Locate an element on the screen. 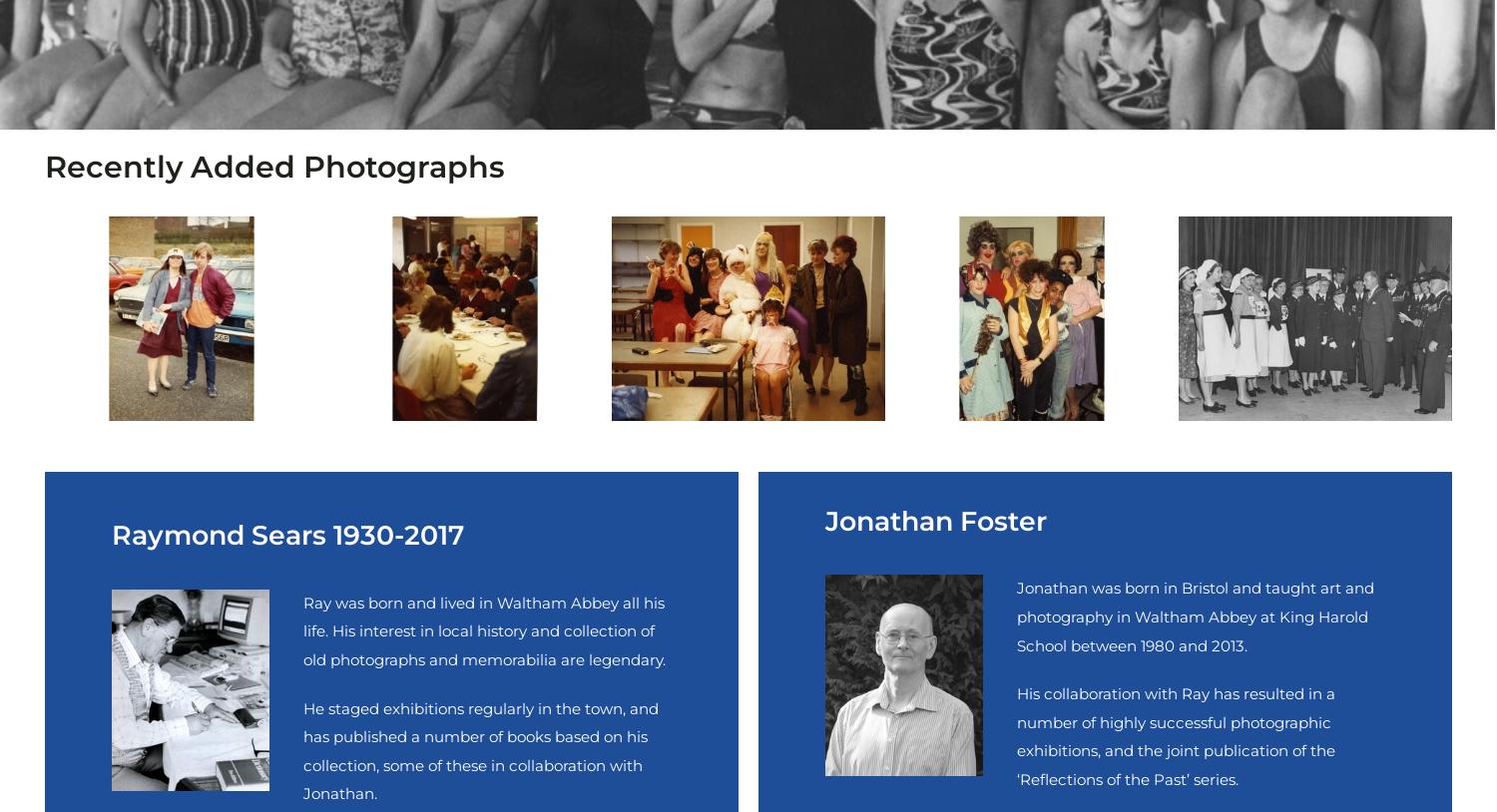 Image resolution: width=1497 pixels, height=812 pixels. 'Waltham Abbey Archive | Newsletter' is located at coordinates (337, 256).